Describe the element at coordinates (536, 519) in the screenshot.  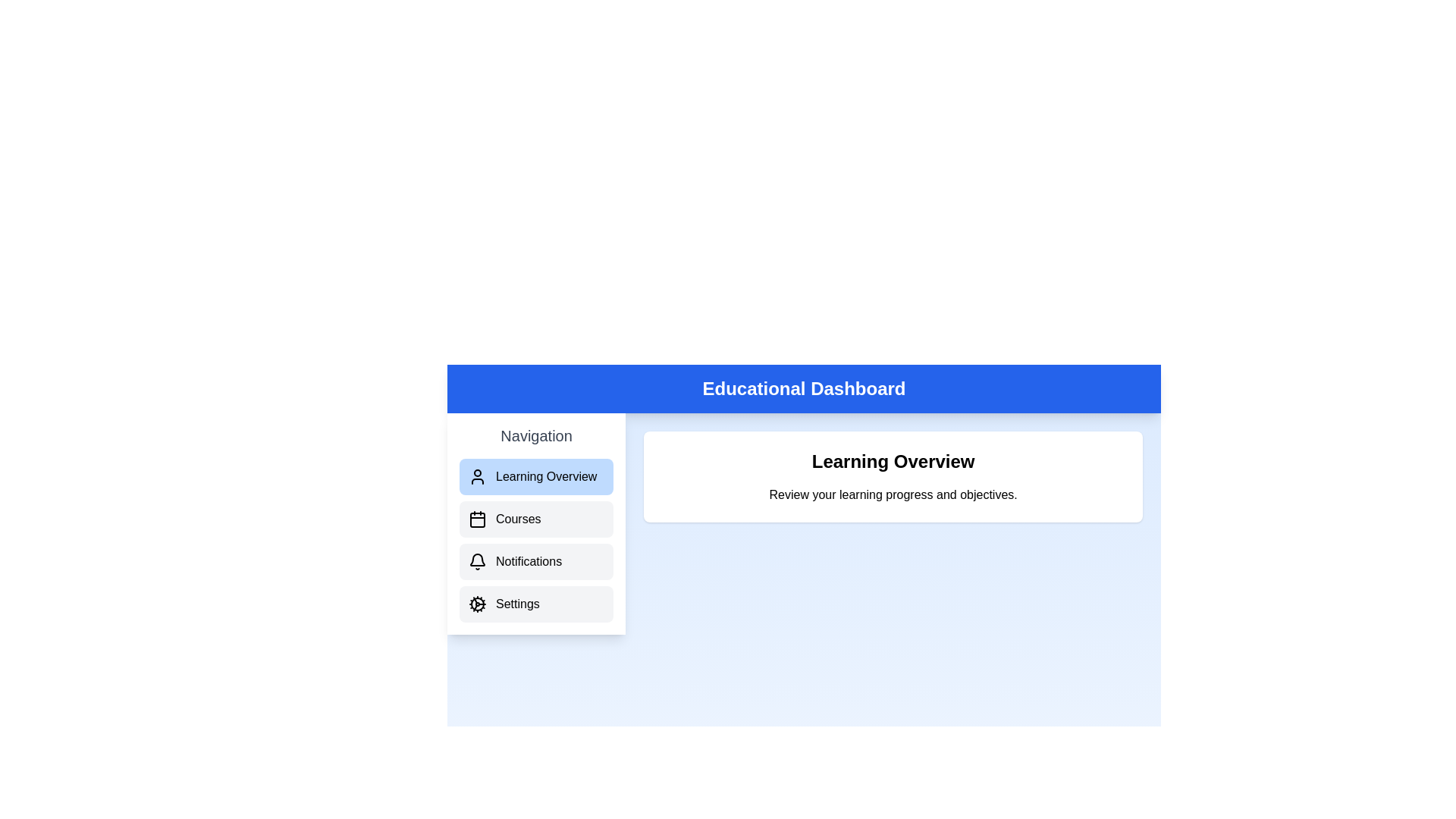
I see `the sidebar option Courses to observe its hover effect` at that location.